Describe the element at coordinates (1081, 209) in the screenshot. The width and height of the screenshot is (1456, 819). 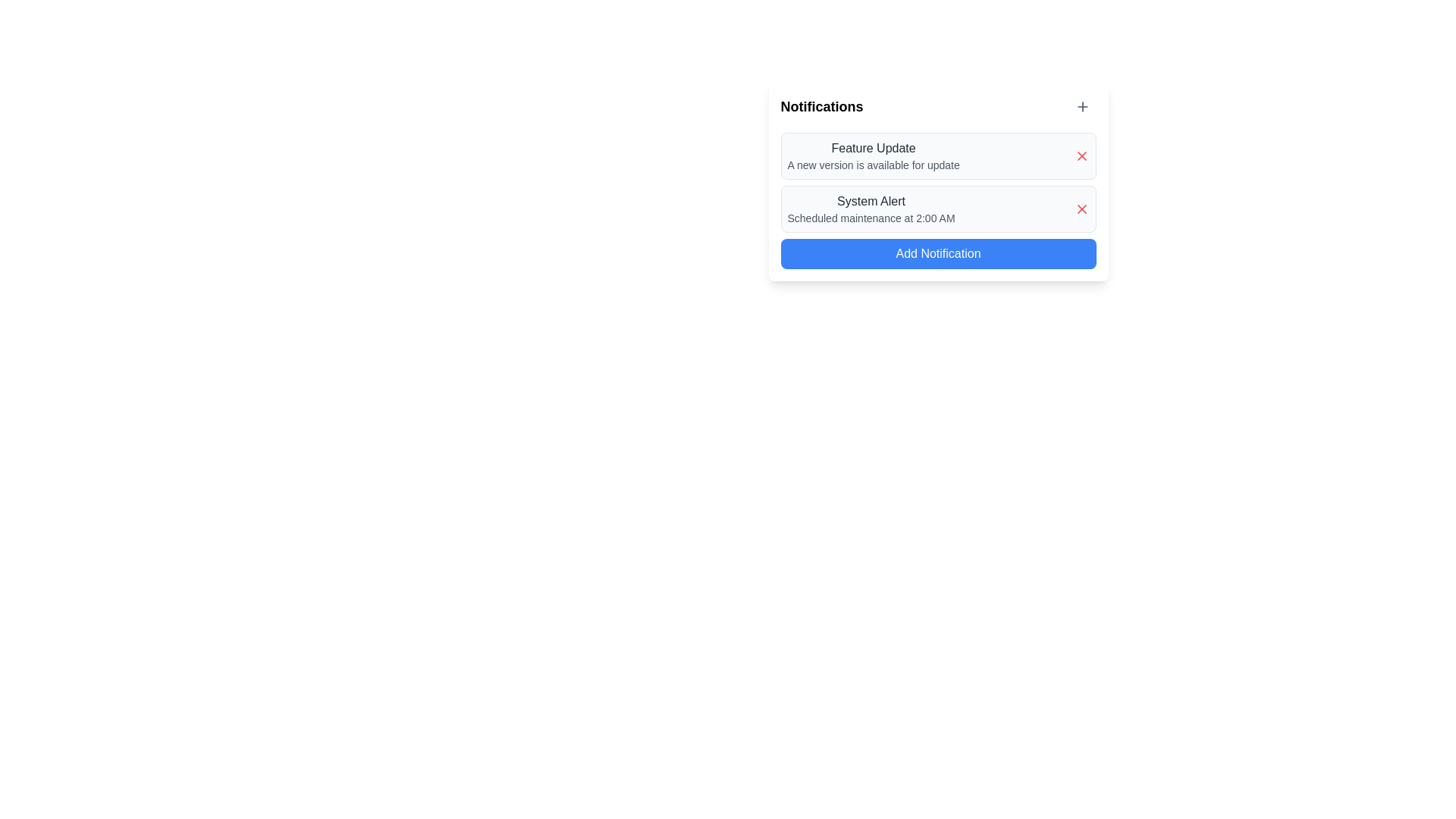
I see `the icon button located at the top-right corner of the 'System Alert' notification card` at that location.